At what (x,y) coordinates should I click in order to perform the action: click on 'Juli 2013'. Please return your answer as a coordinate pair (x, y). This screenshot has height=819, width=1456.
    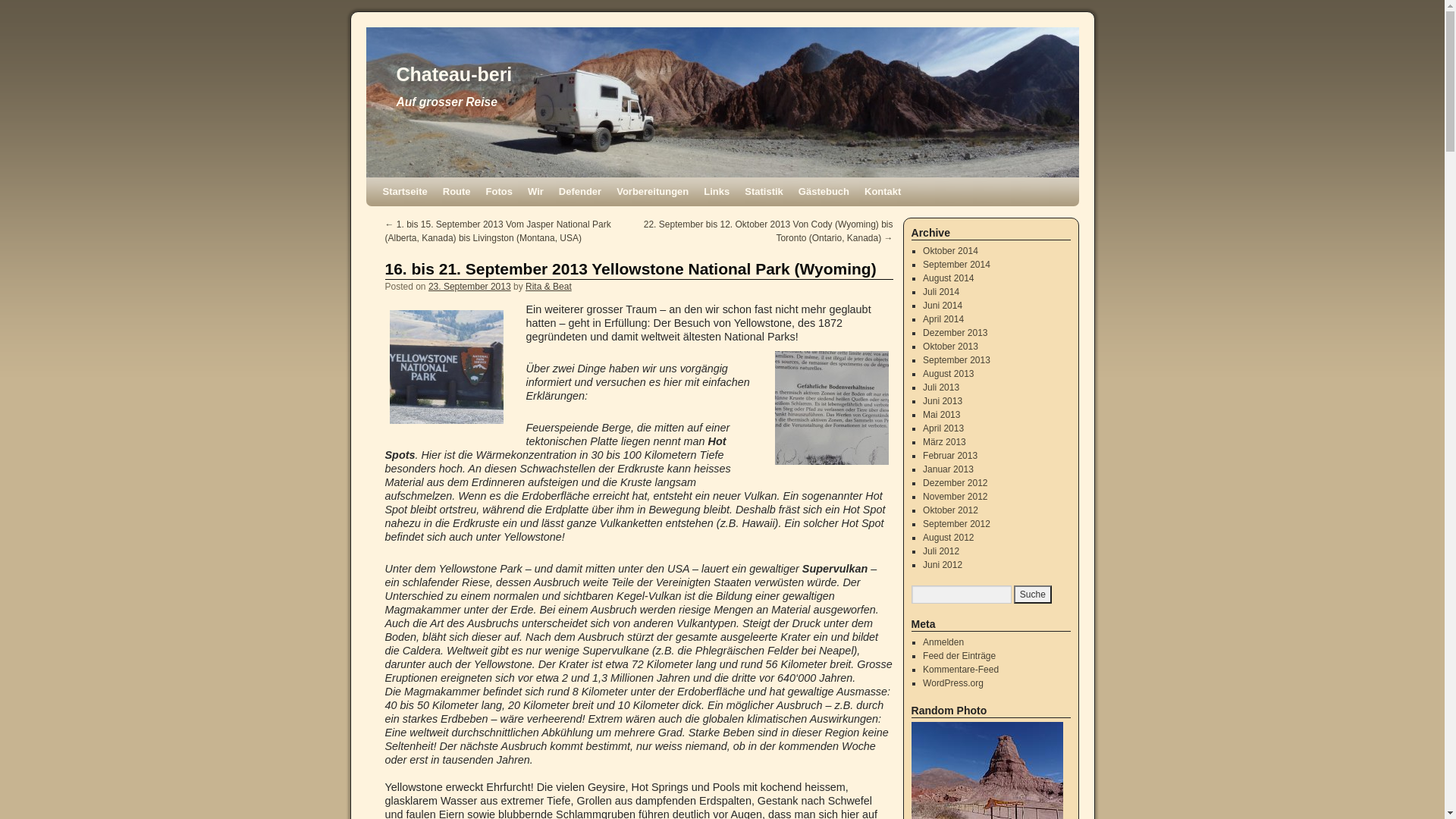
    Looking at the image, I should click on (940, 386).